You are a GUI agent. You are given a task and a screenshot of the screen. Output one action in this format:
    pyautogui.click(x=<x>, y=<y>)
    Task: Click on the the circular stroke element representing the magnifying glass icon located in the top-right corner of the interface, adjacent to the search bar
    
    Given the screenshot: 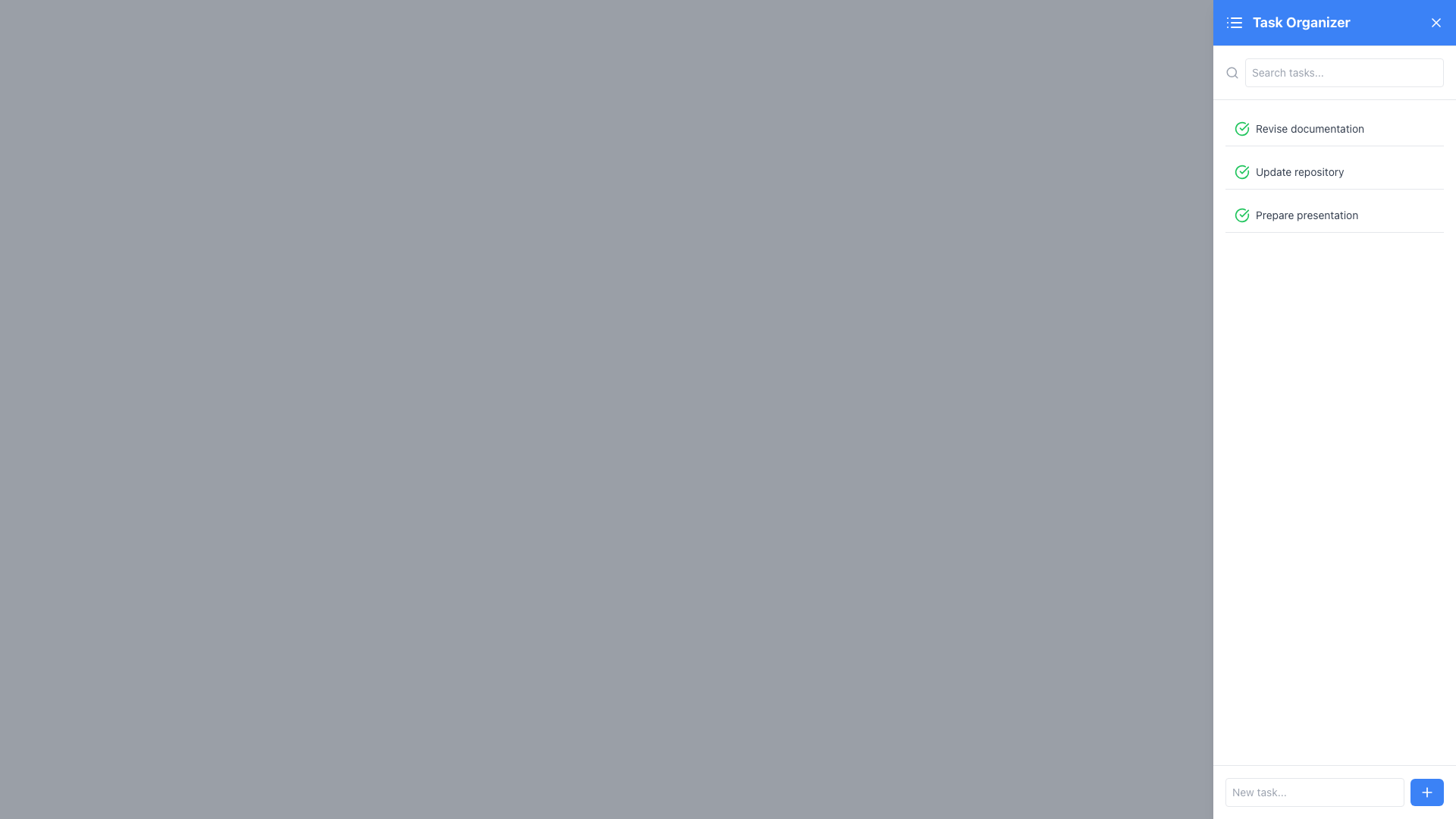 What is the action you would take?
    pyautogui.click(x=1232, y=72)
    